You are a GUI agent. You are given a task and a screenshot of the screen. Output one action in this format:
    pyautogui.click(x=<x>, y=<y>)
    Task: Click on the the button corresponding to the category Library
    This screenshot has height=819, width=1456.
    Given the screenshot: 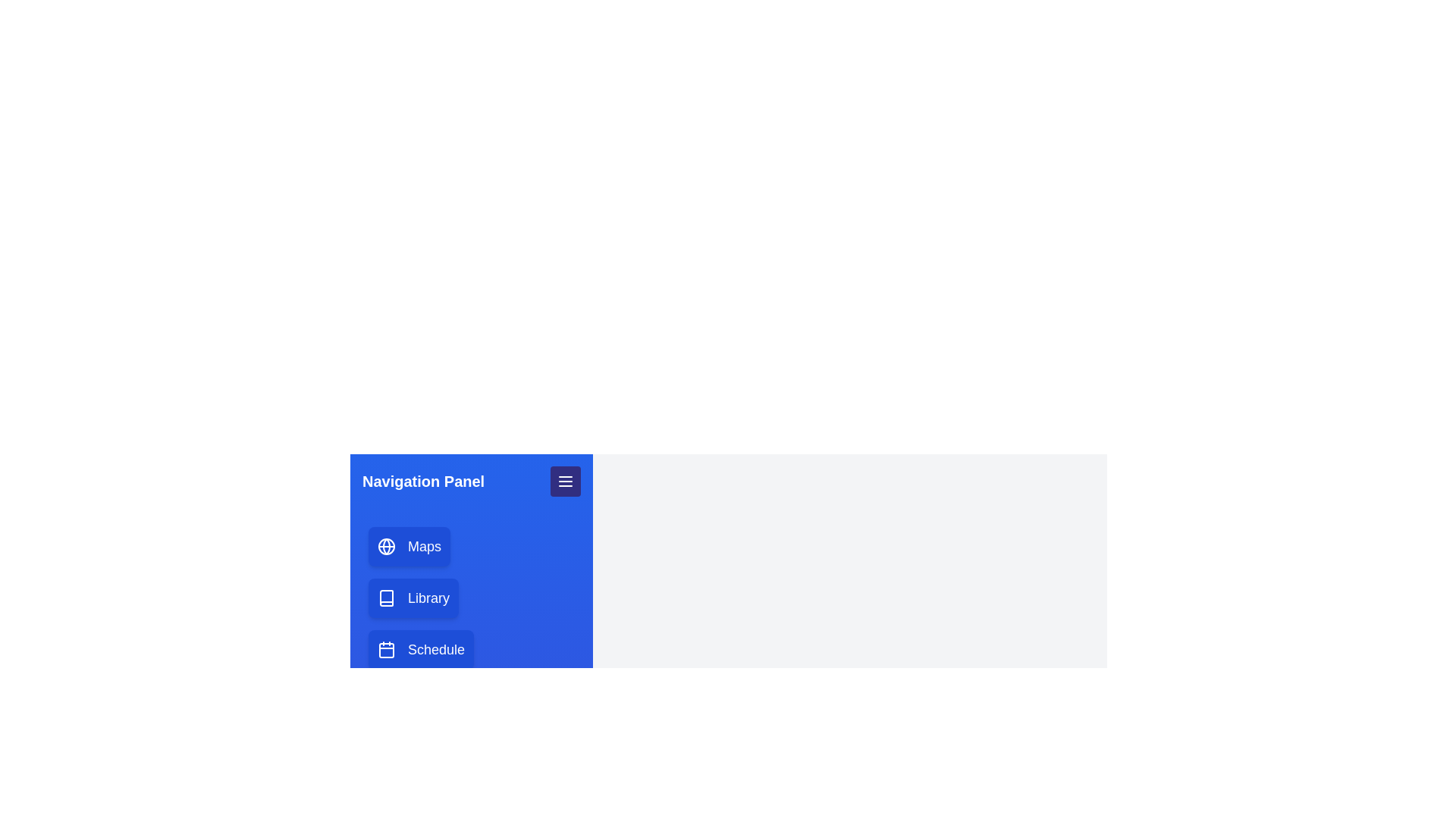 What is the action you would take?
    pyautogui.click(x=413, y=598)
    